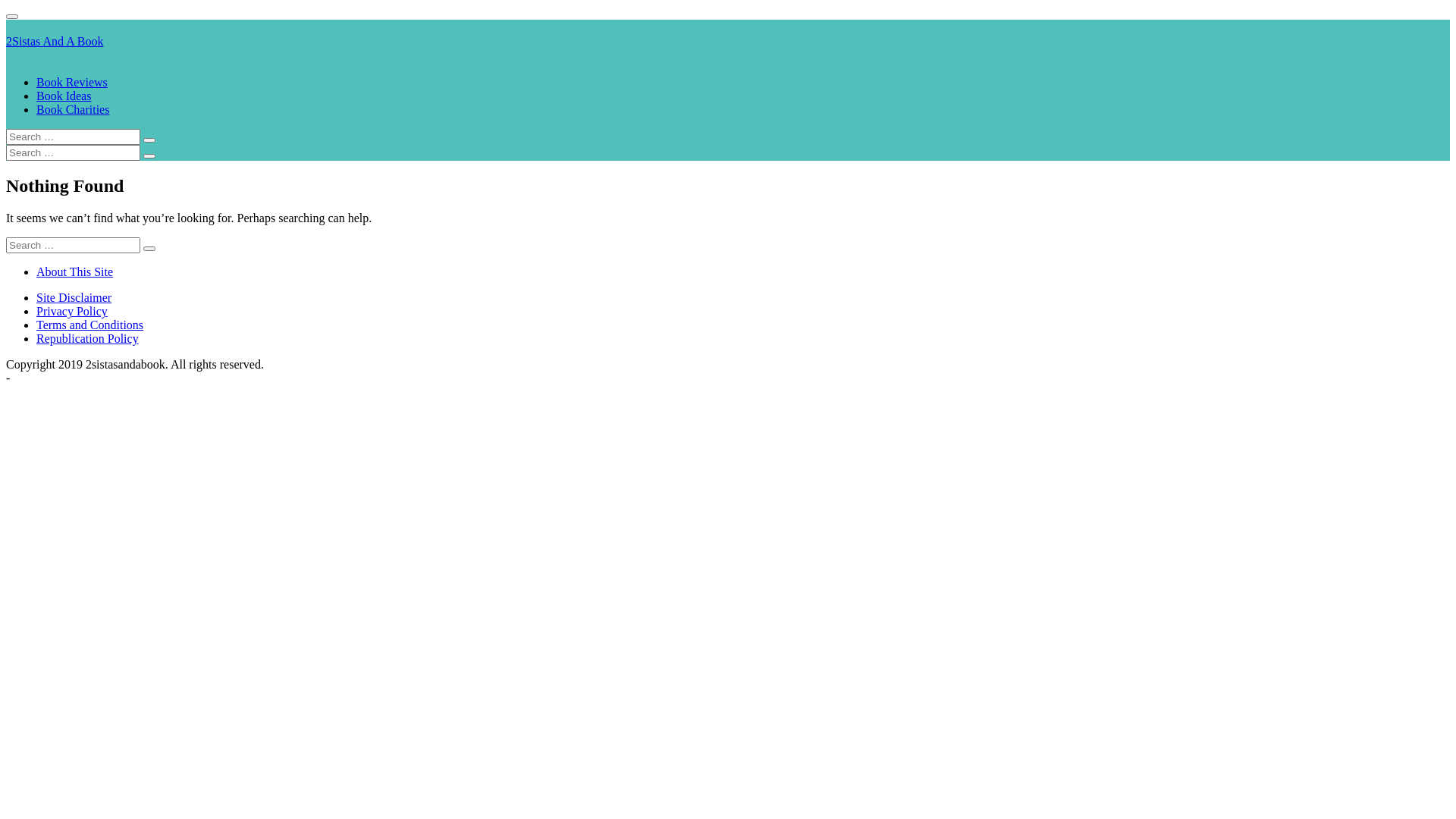  I want to click on 'Site Disclaimer', so click(73, 297).